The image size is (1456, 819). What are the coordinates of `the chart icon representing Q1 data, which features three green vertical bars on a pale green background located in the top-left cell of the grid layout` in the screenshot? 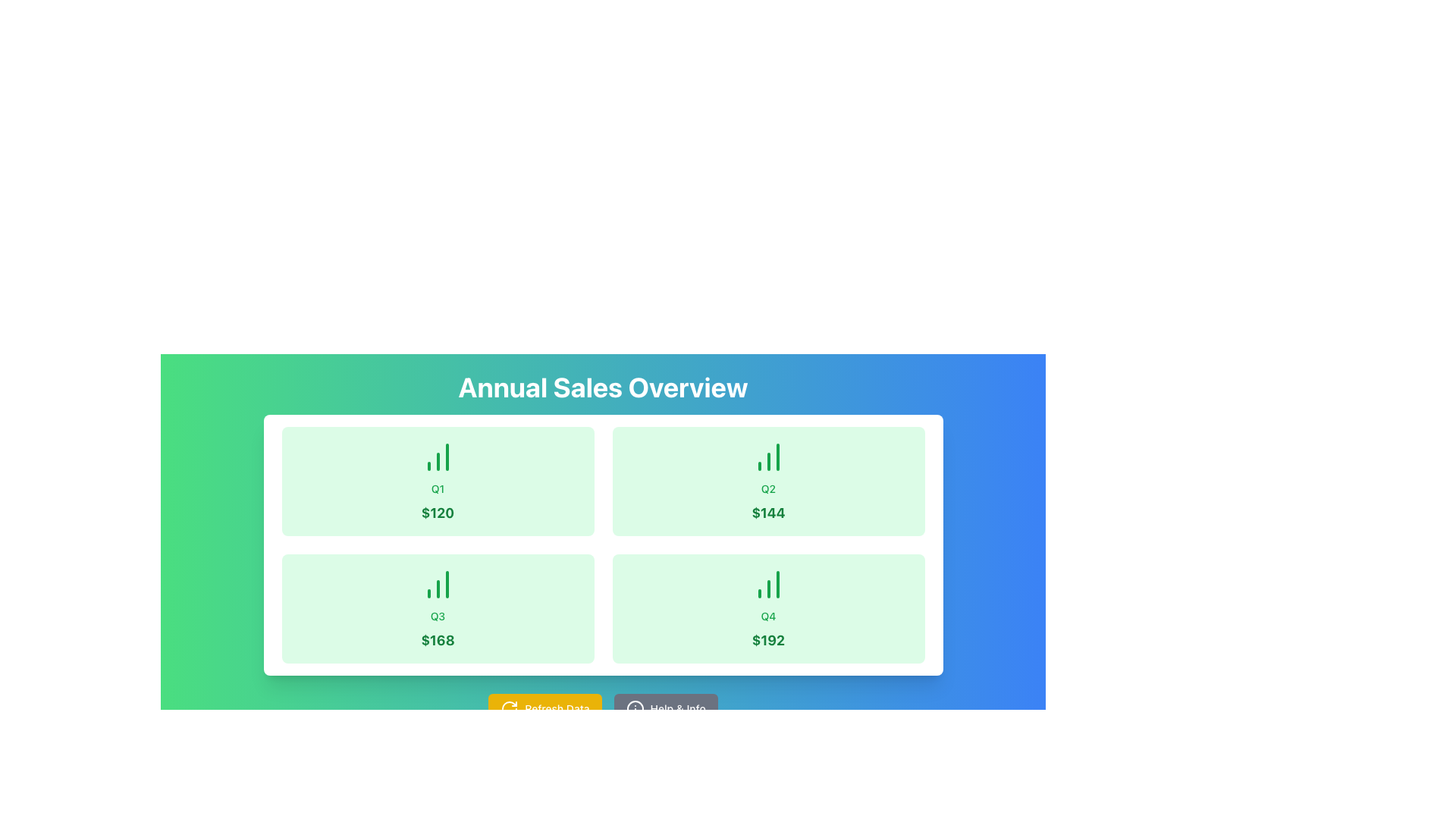 It's located at (437, 456).